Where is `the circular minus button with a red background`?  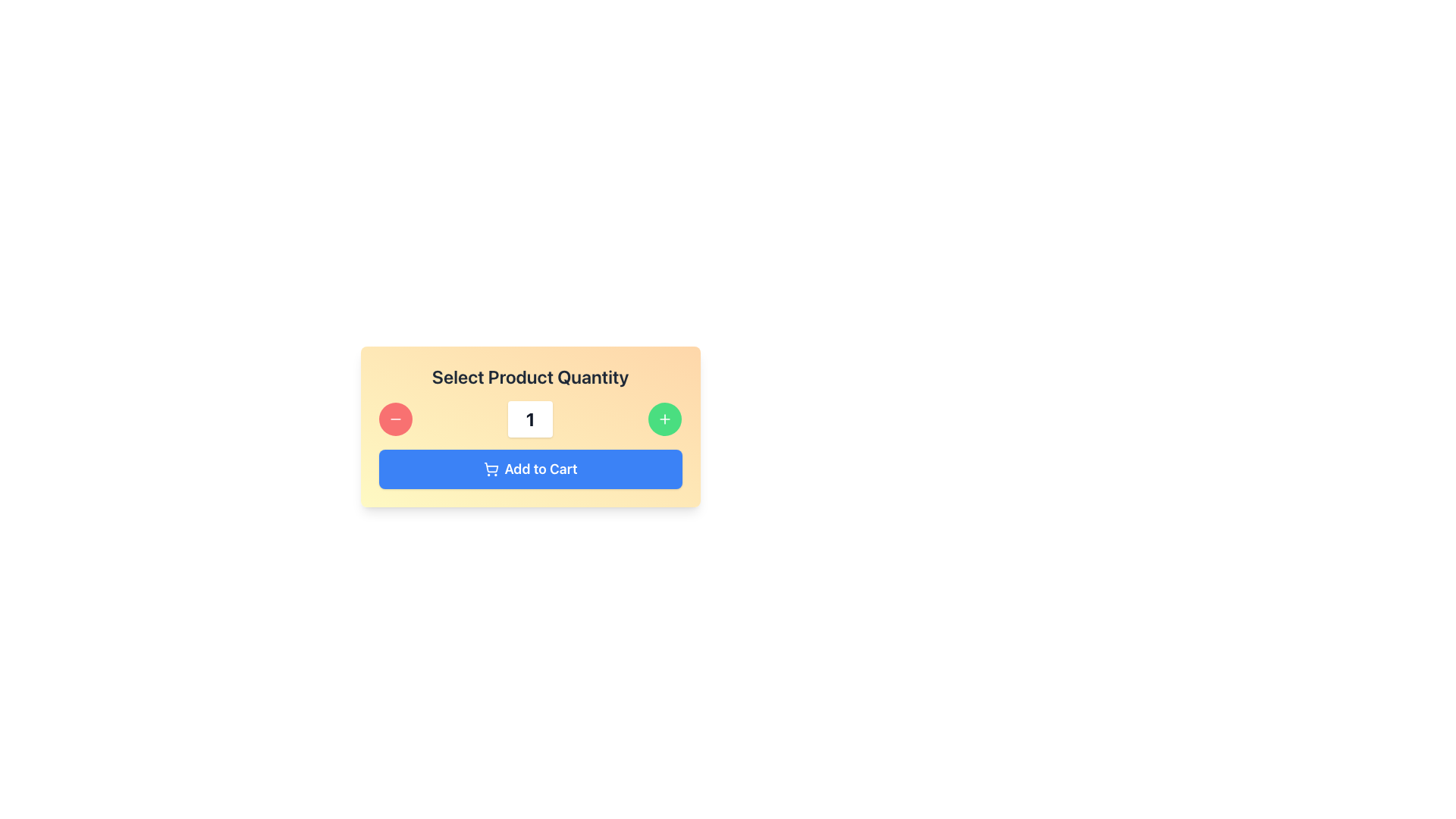
the circular minus button with a red background is located at coordinates (395, 419).